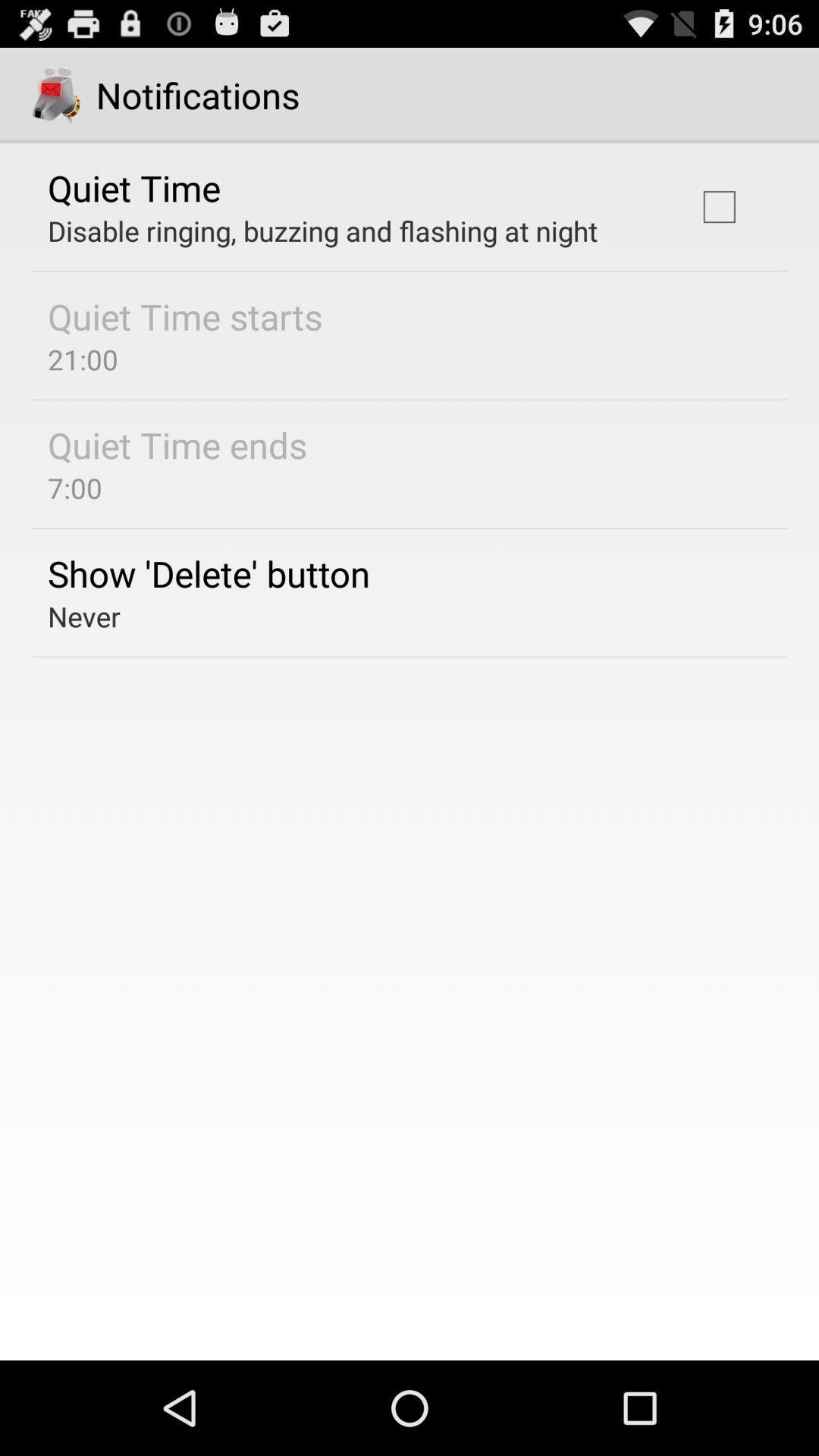 The height and width of the screenshot is (1456, 819). Describe the element at coordinates (322, 230) in the screenshot. I see `the disable ringing buzzing app` at that location.